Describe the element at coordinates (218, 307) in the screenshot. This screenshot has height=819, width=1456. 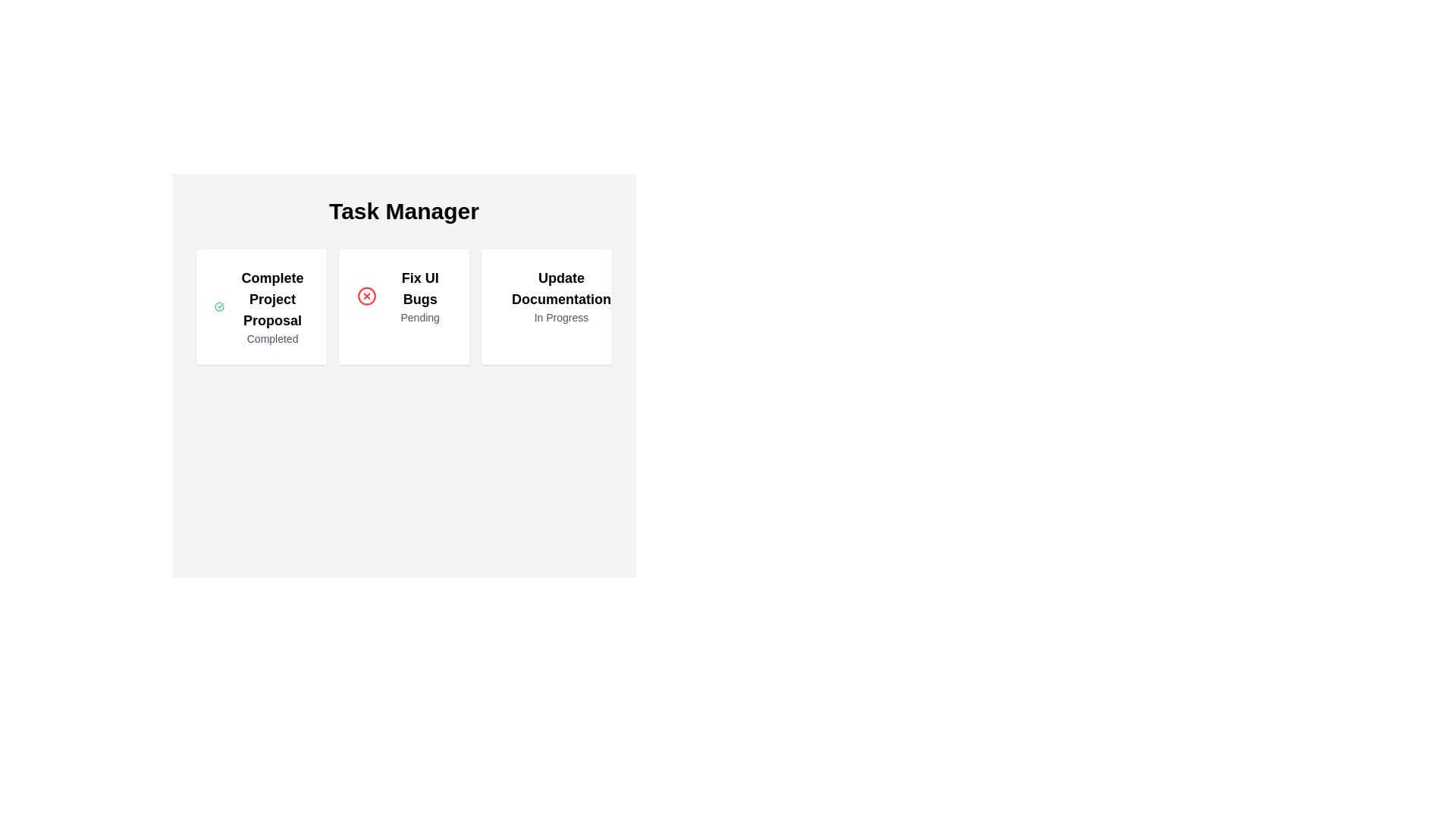
I see `the completion status icon located at the leftmost side of the 'Complete Project Proposal - Completed' block within the 'Task Manager' section` at that location.